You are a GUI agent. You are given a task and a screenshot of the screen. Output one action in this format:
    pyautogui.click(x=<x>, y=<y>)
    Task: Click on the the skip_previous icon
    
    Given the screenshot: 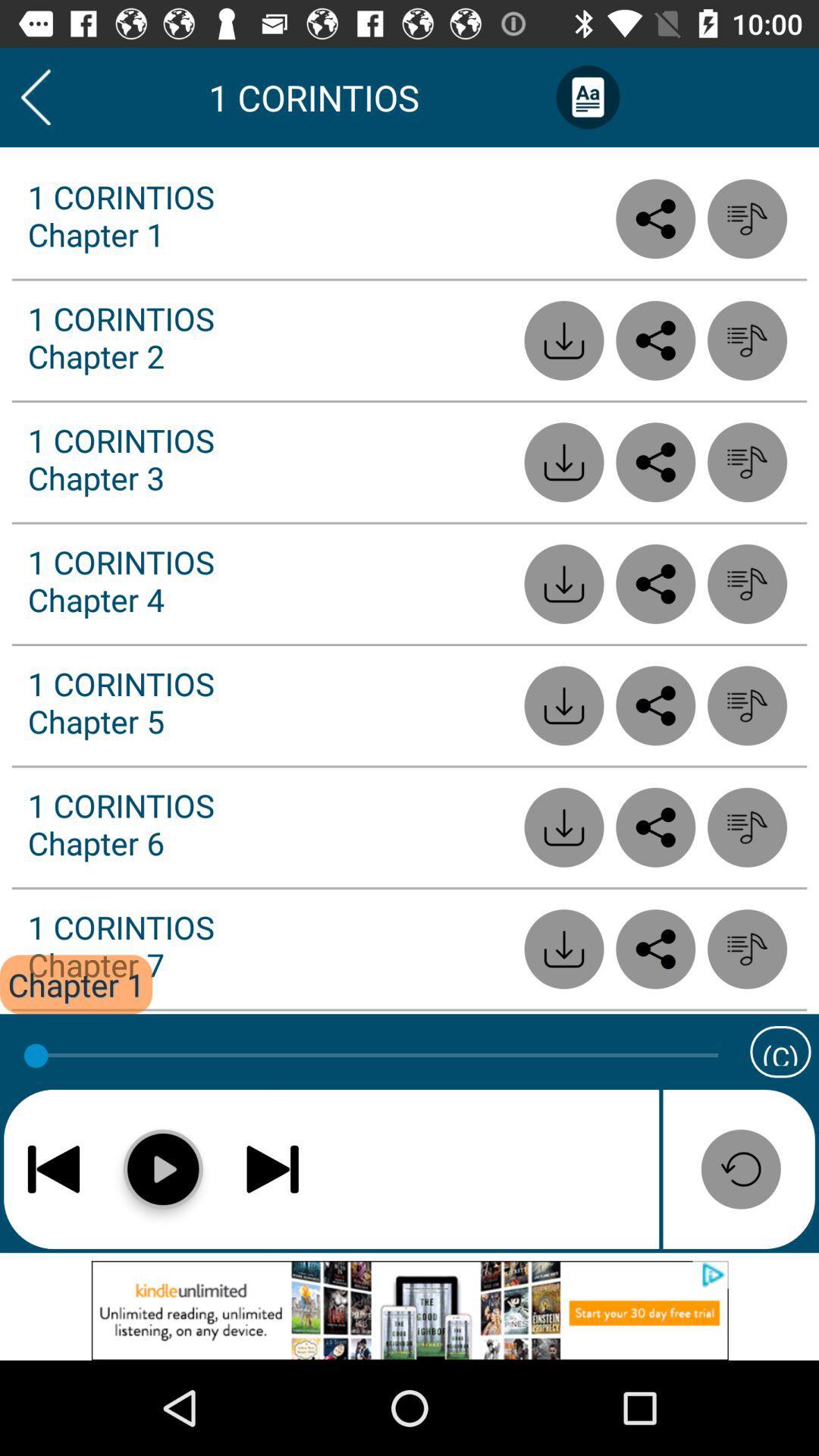 What is the action you would take?
    pyautogui.click(x=52, y=1168)
    